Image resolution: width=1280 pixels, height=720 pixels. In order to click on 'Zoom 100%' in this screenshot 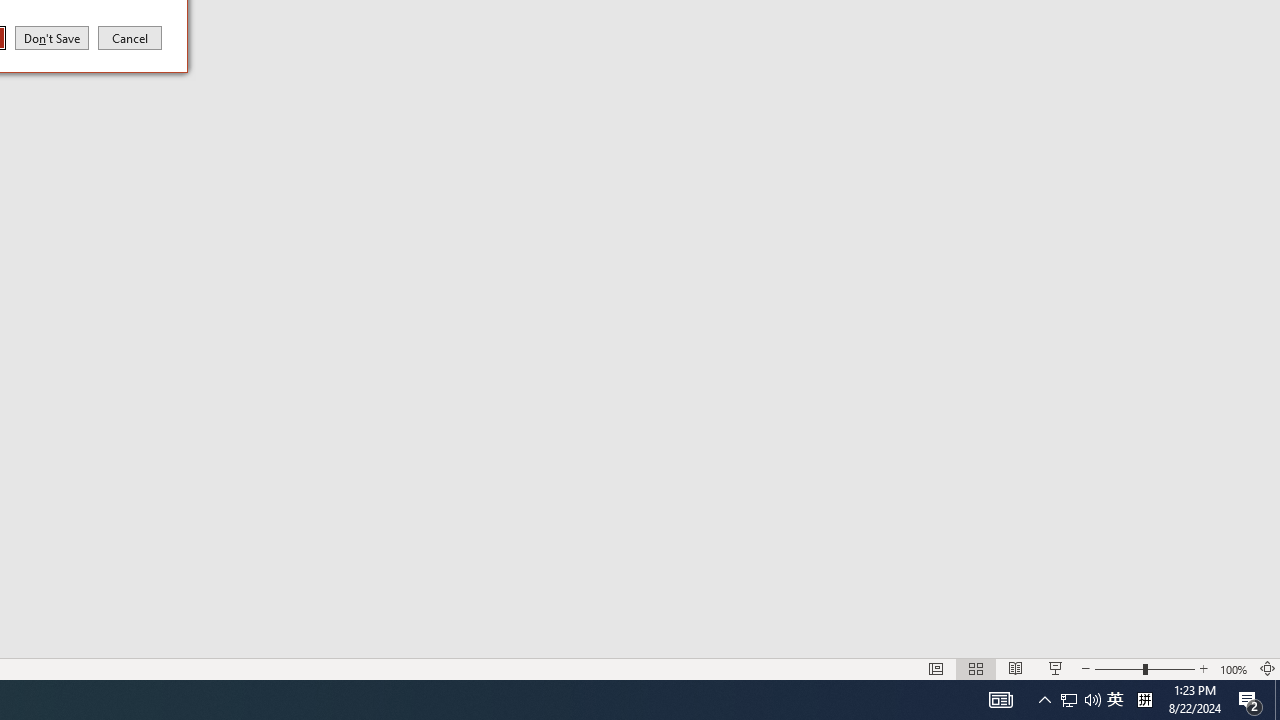, I will do `click(1233, 669)`.